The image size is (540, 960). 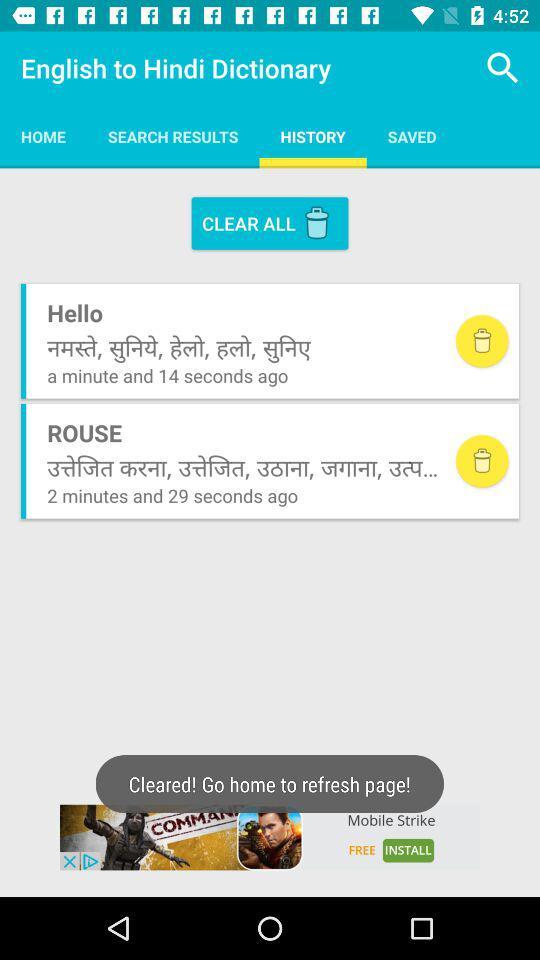 I want to click on delete entry, so click(x=481, y=341).